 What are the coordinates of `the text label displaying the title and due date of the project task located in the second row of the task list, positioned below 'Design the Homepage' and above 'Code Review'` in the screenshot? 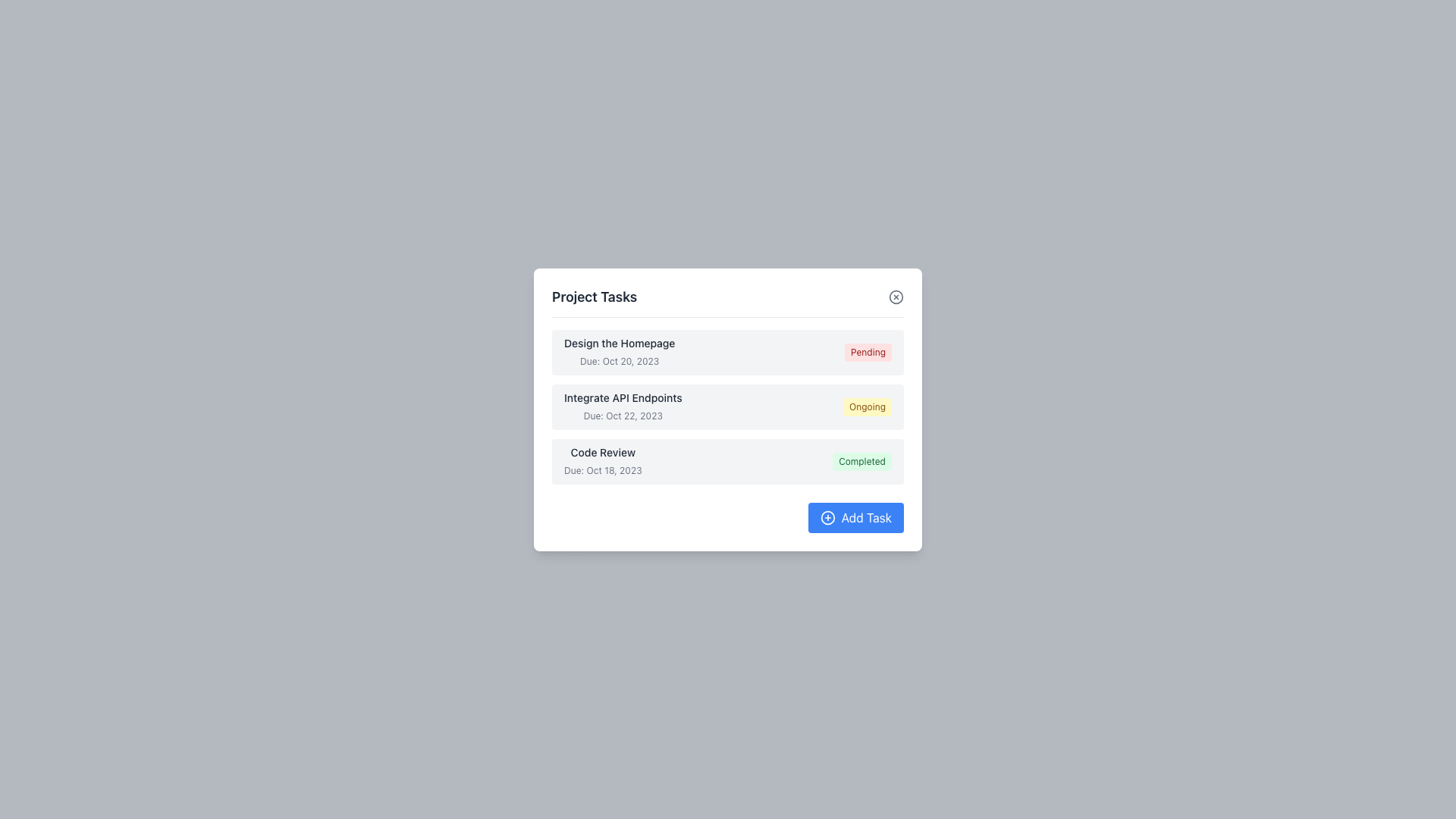 It's located at (623, 406).